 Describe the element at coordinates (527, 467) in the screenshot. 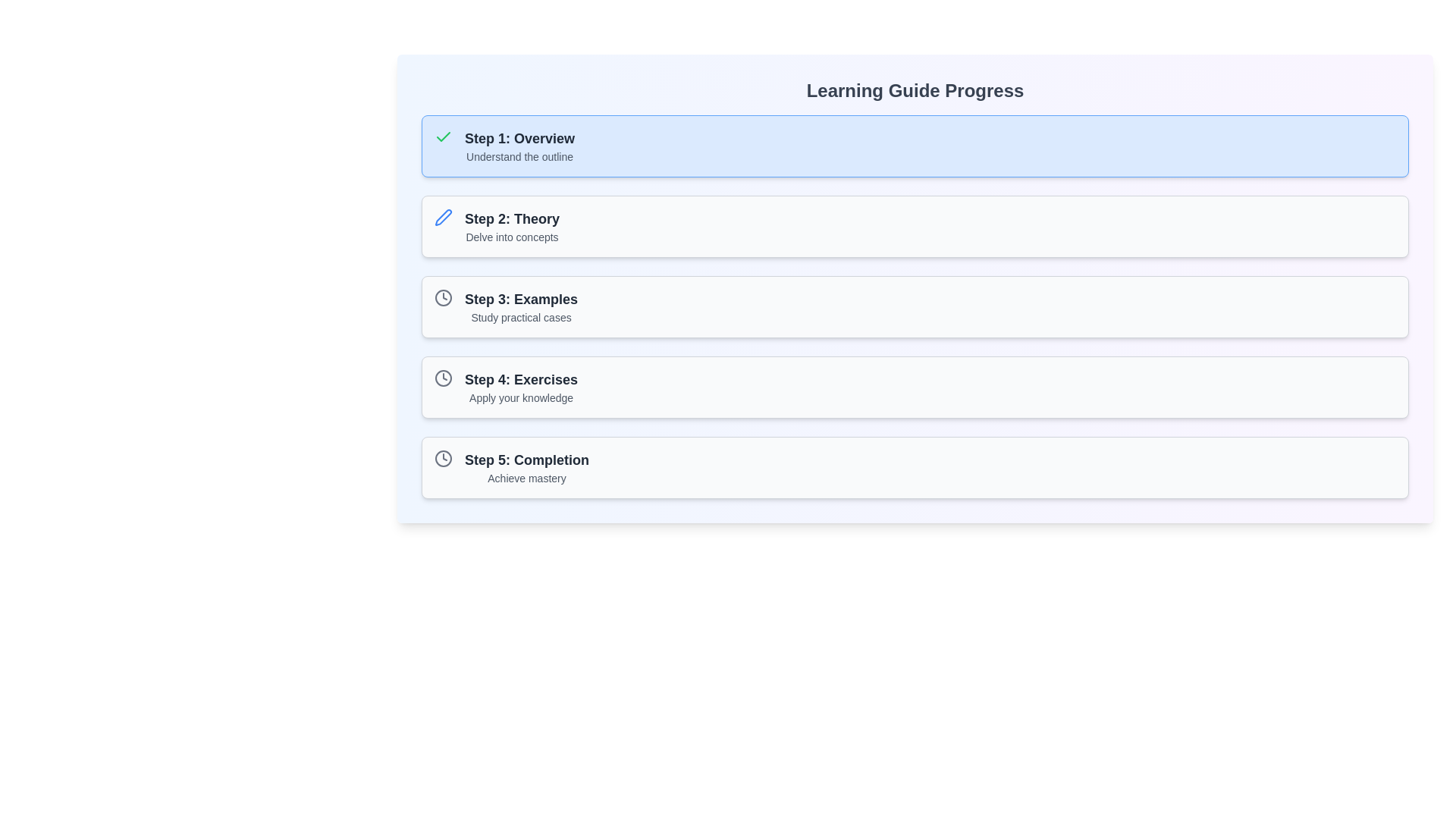

I see `the text display component that shows 'Step 5: Completion' and its objective 'Achieve mastery' in the learning guide` at that location.